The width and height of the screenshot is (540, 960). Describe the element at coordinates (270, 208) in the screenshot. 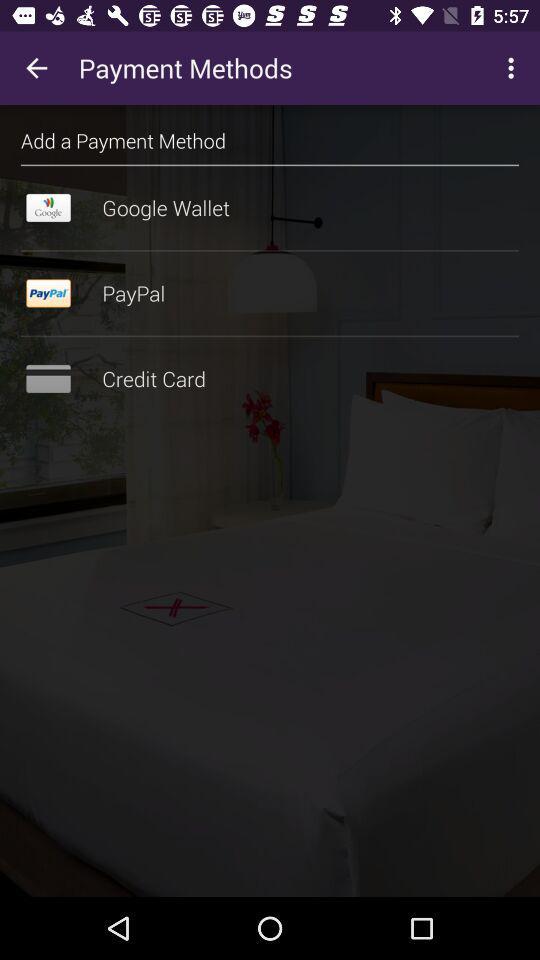

I see `google wallet item` at that location.